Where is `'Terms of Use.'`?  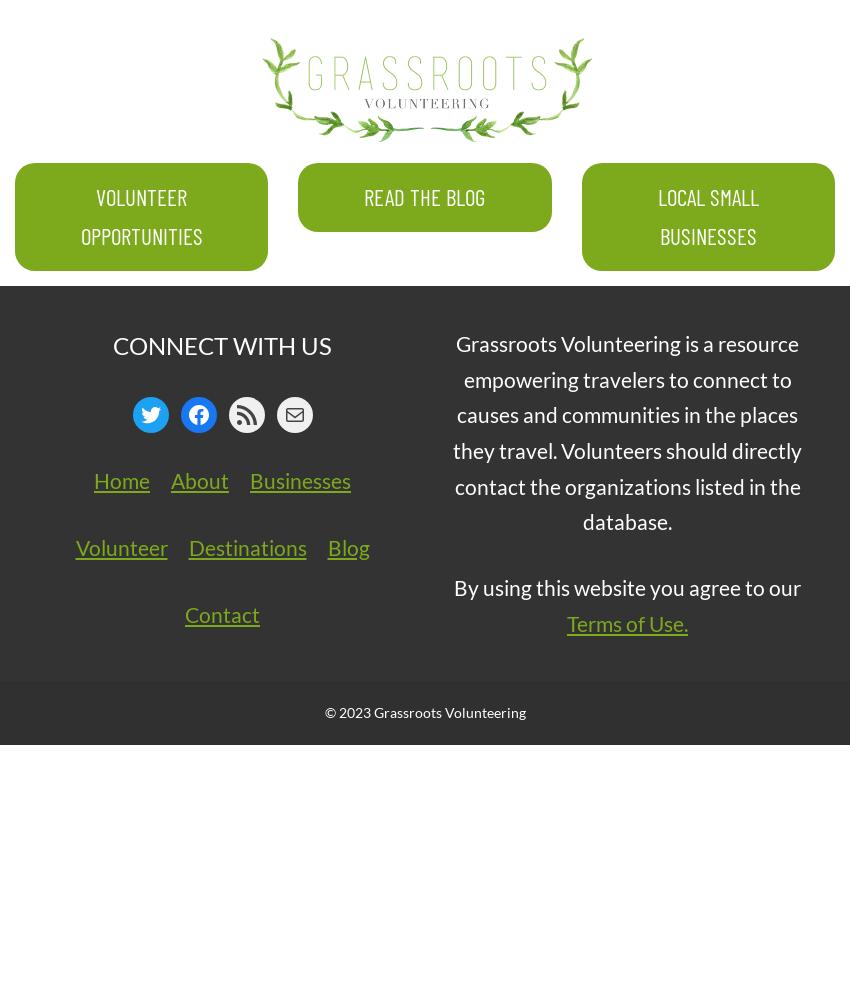
'Terms of Use.' is located at coordinates (626, 621).